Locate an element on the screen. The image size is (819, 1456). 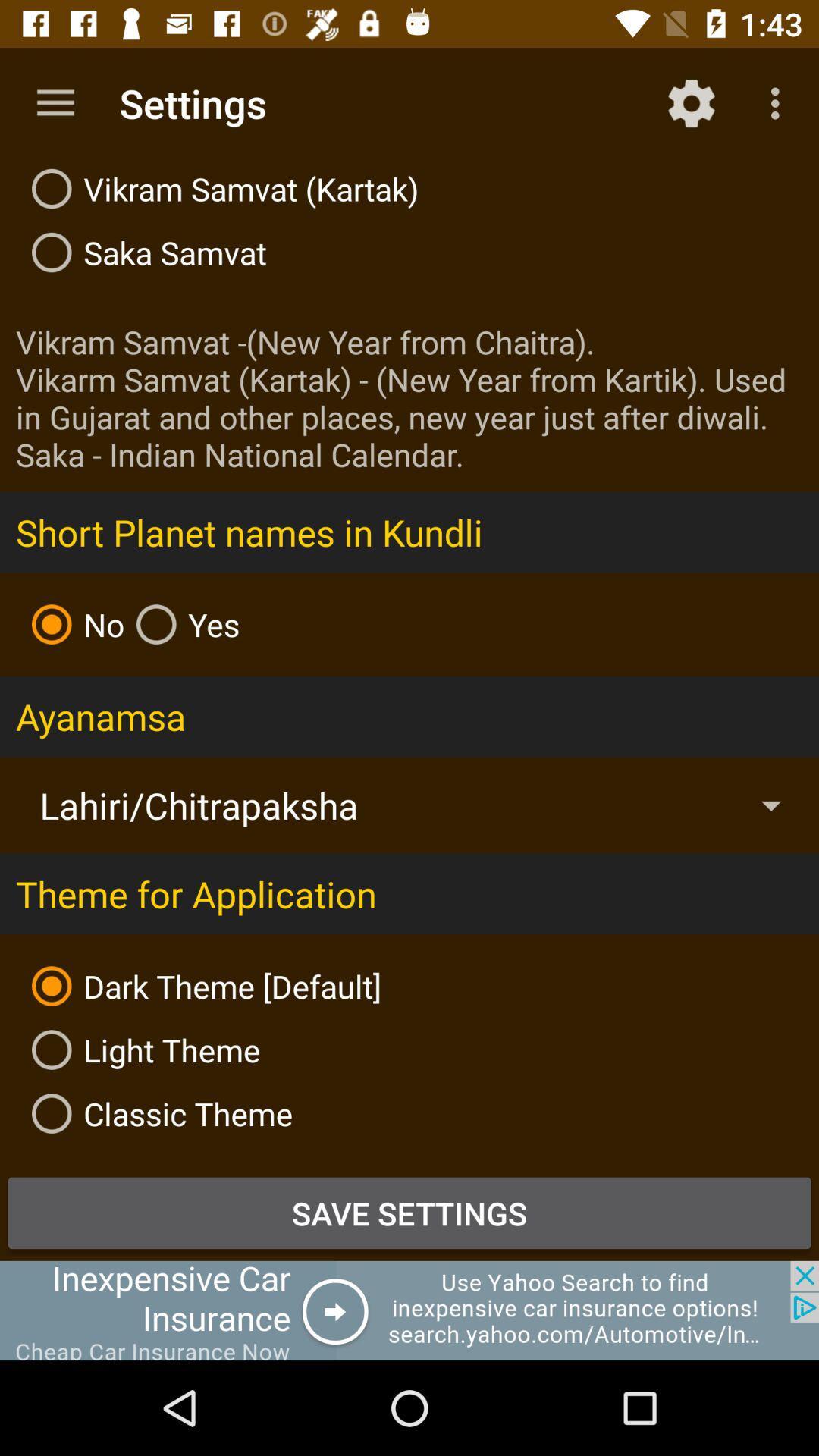
activate an advertisement is located at coordinates (409, 1310).